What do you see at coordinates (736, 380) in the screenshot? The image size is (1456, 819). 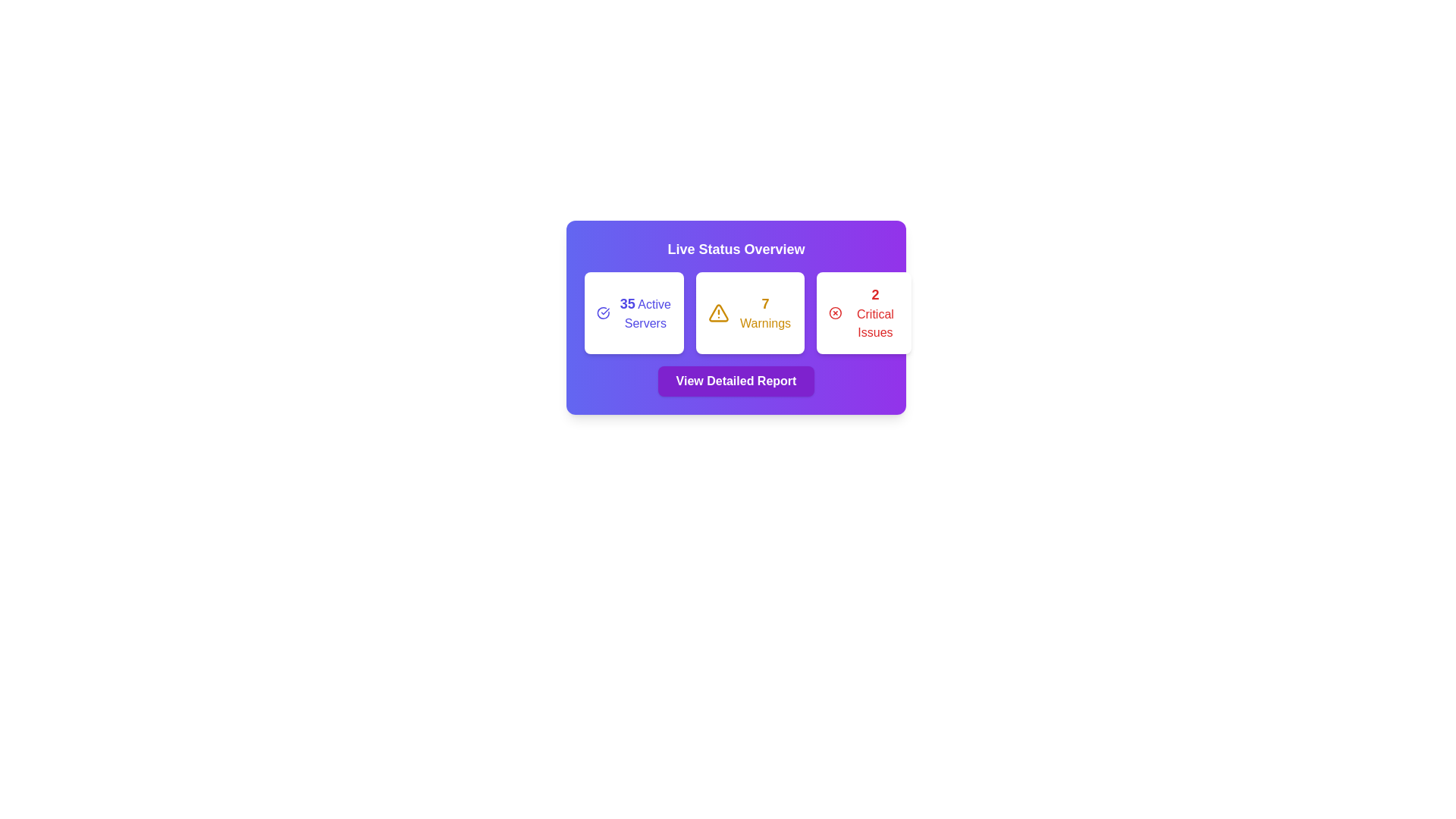 I see `the button located at the center-bottom of the server statistics card` at bounding box center [736, 380].